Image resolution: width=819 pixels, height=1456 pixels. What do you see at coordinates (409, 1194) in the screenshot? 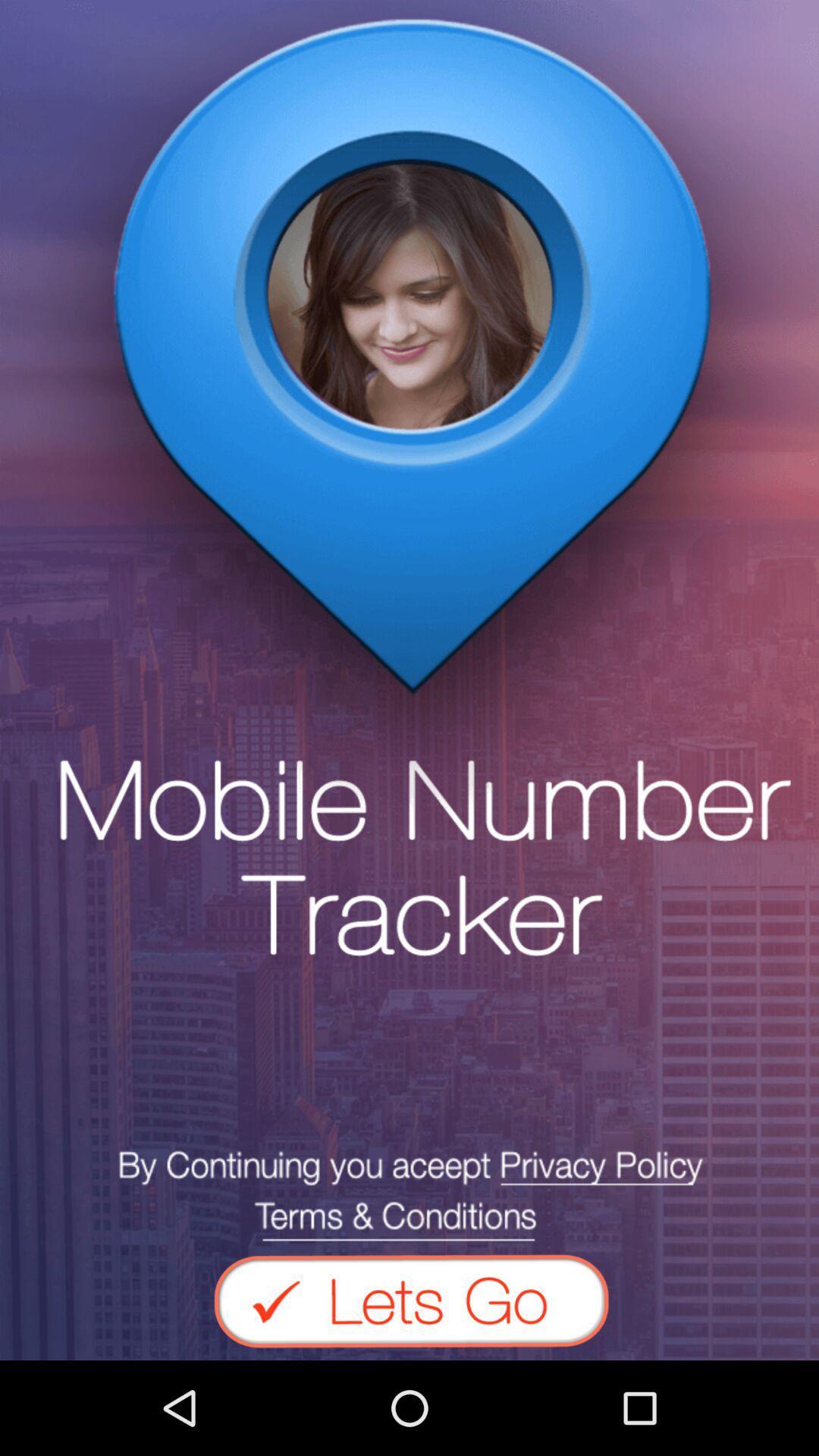
I see `terms conditions` at bounding box center [409, 1194].